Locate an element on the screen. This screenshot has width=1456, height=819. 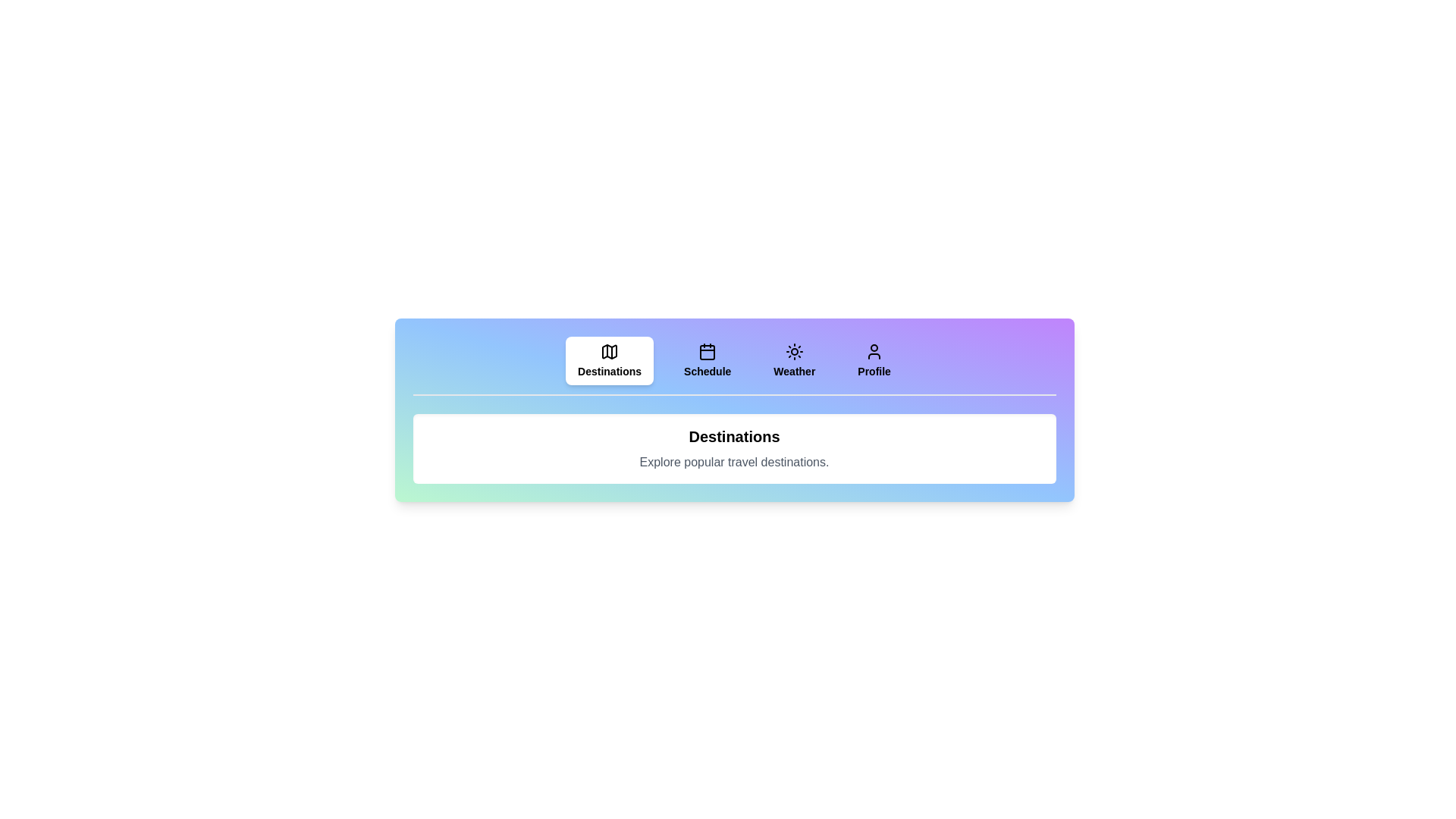
the Profile tab is located at coordinates (874, 360).